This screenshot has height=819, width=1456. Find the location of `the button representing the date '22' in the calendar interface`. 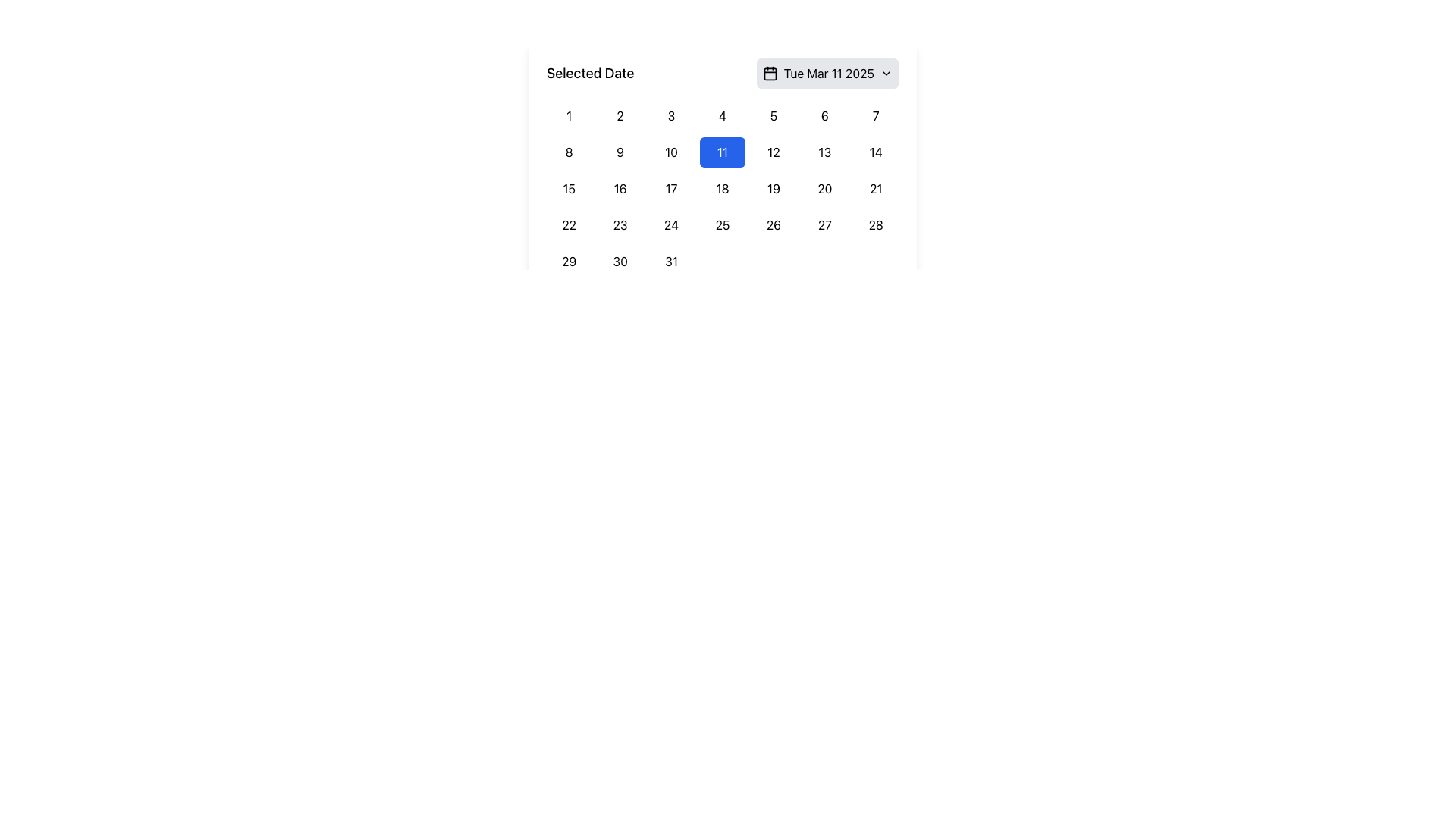

the button representing the date '22' in the calendar interface is located at coordinates (568, 225).